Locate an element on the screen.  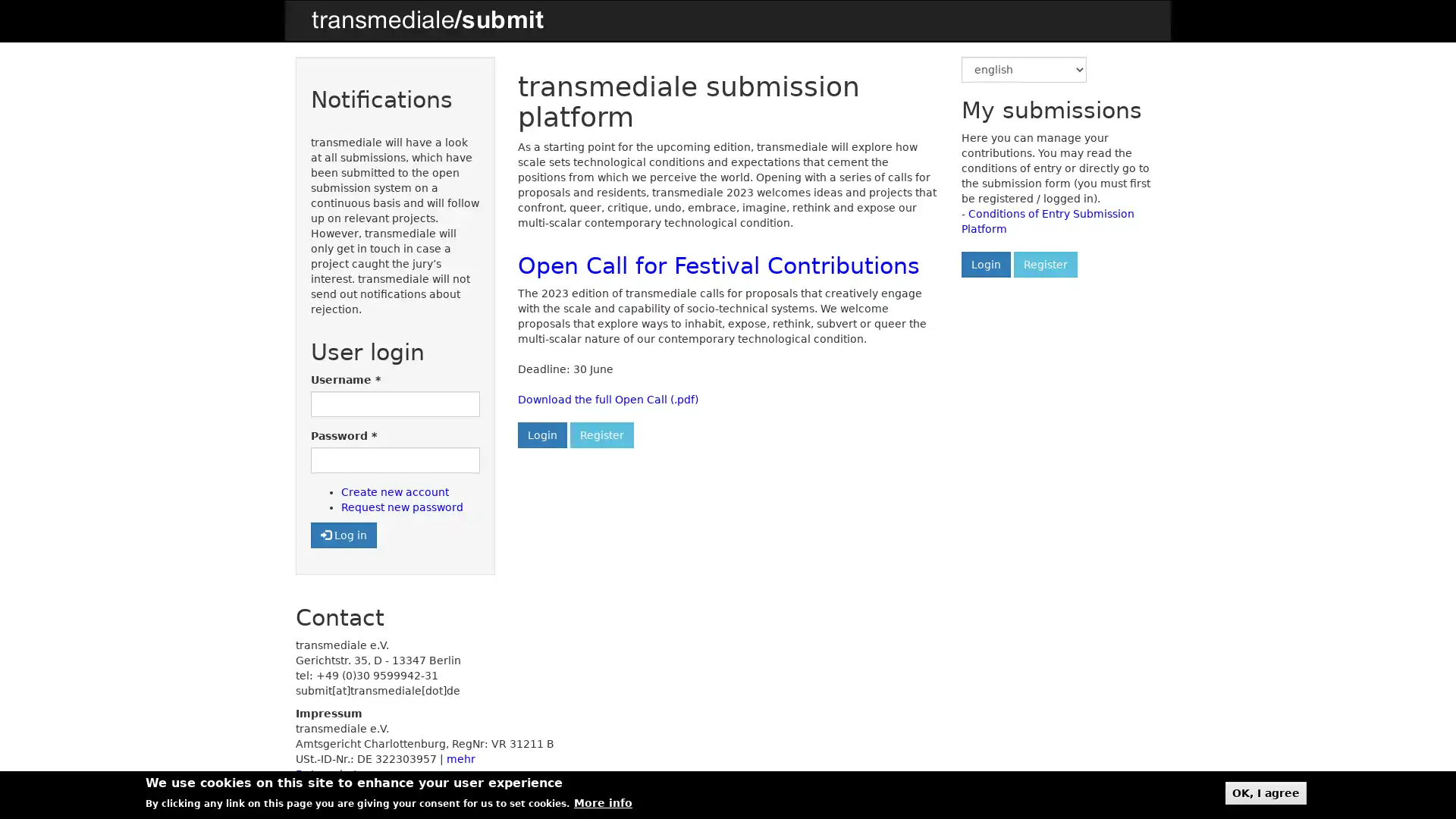
Login is located at coordinates (985, 263).